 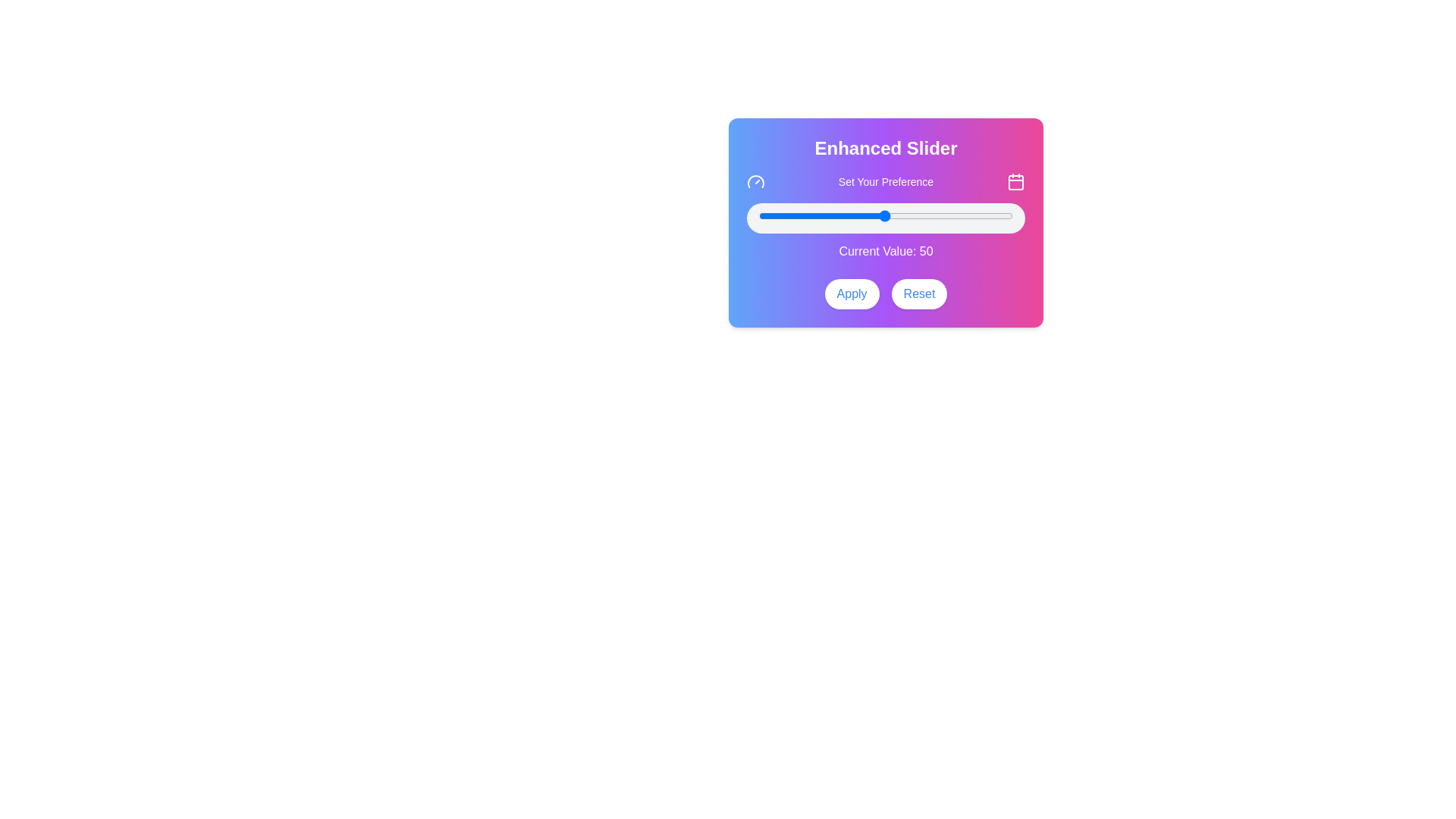 I want to click on the slider, so click(x=924, y=216).